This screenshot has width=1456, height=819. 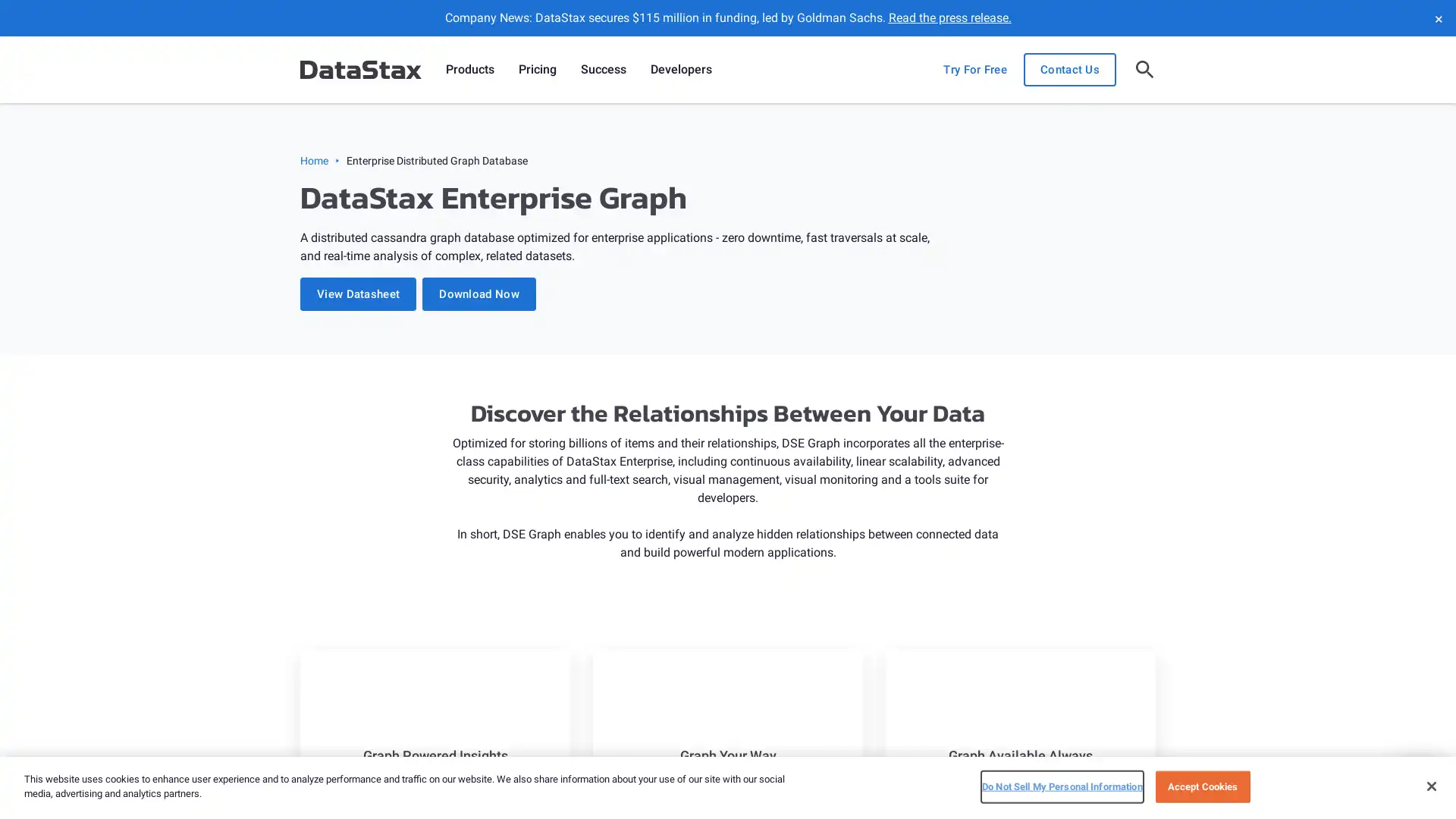 I want to click on Developers, so click(x=680, y=70).